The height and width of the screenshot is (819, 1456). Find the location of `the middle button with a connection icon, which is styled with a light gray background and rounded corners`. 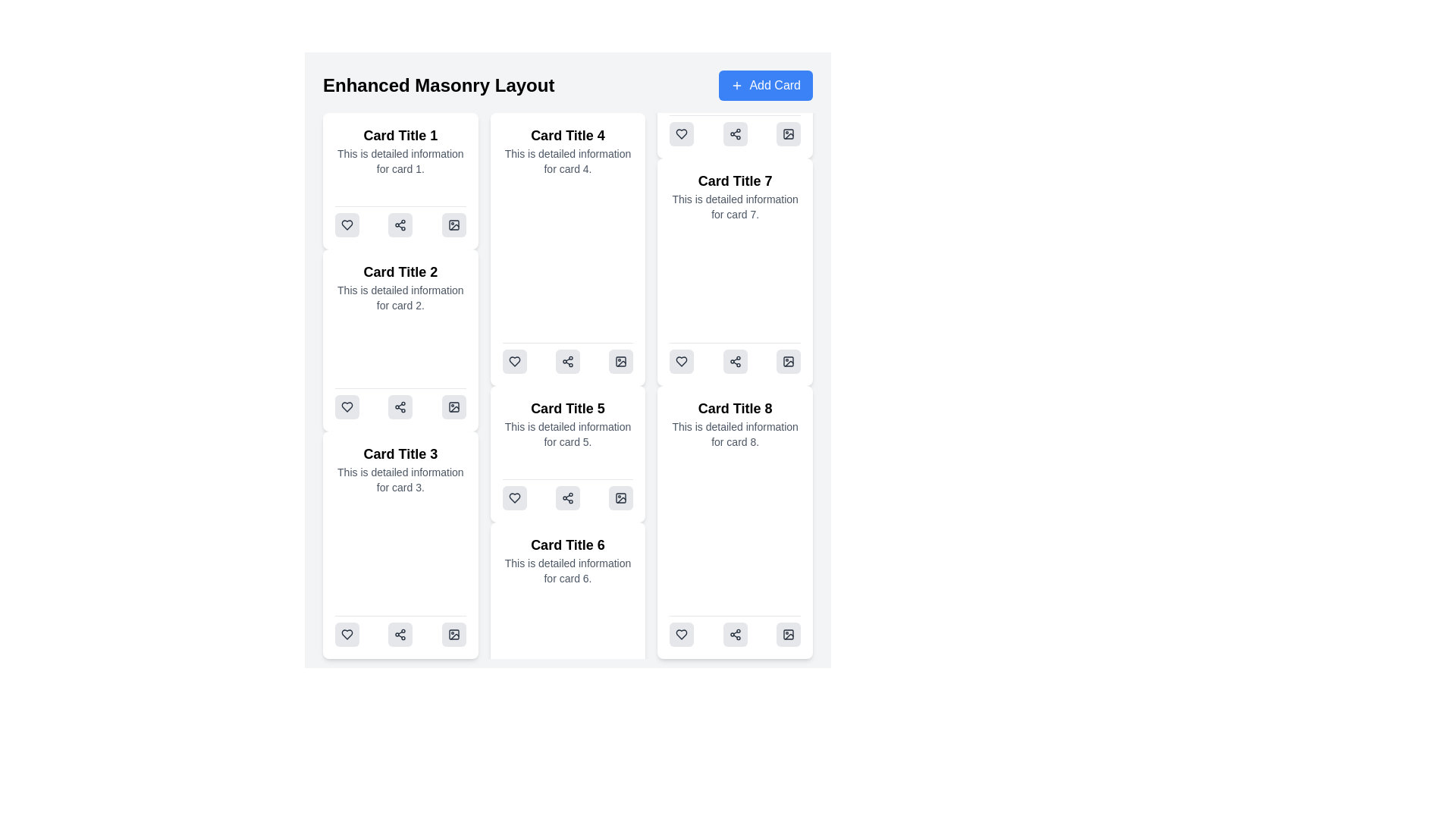

the middle button with a connection icon, which is styled with a light gray background and rounded corners is located at coordinates (400, 631).